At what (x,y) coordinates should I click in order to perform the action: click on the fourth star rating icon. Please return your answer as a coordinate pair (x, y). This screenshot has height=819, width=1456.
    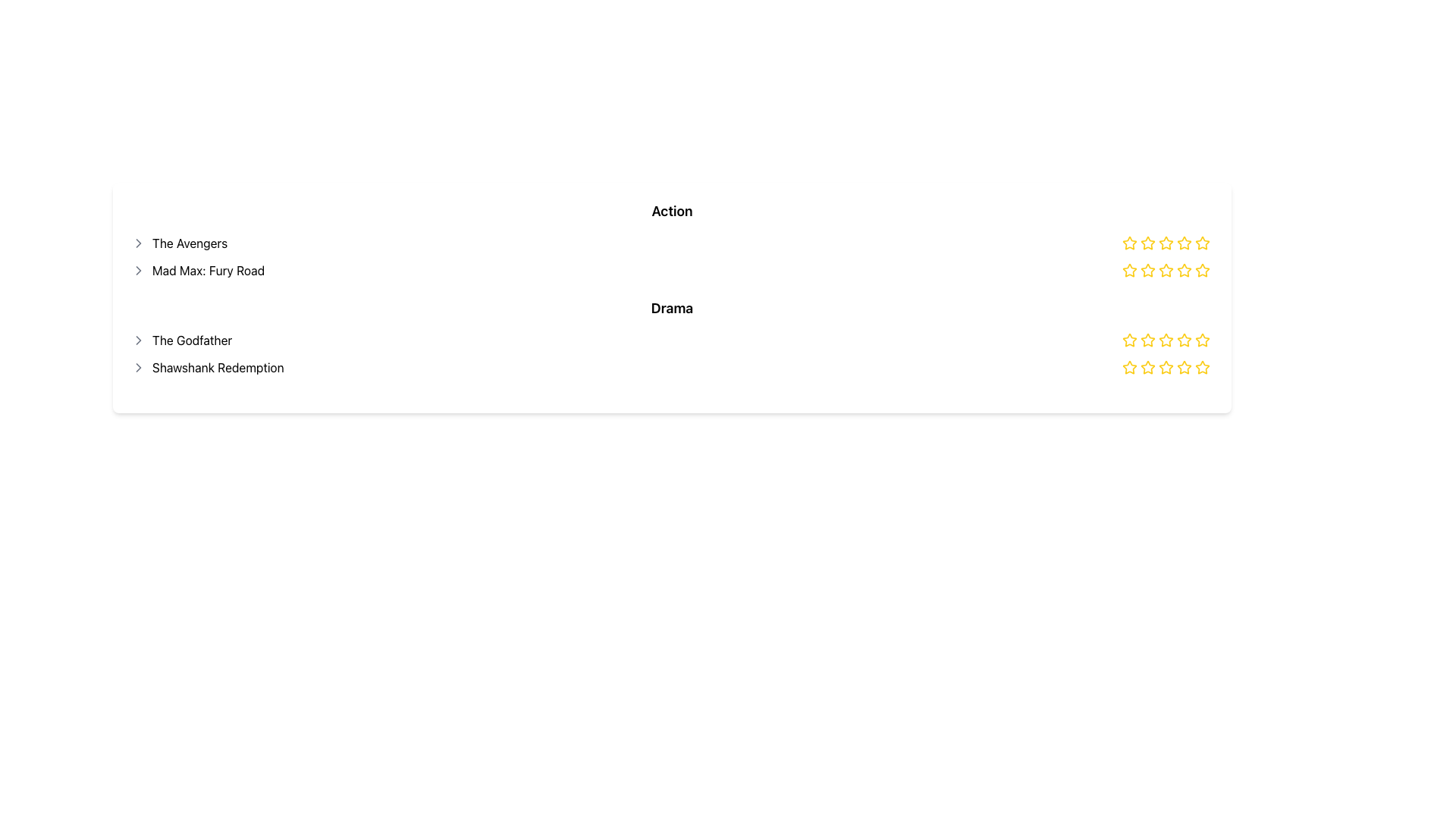
    Looking at the image, I should click on (1165, 368).